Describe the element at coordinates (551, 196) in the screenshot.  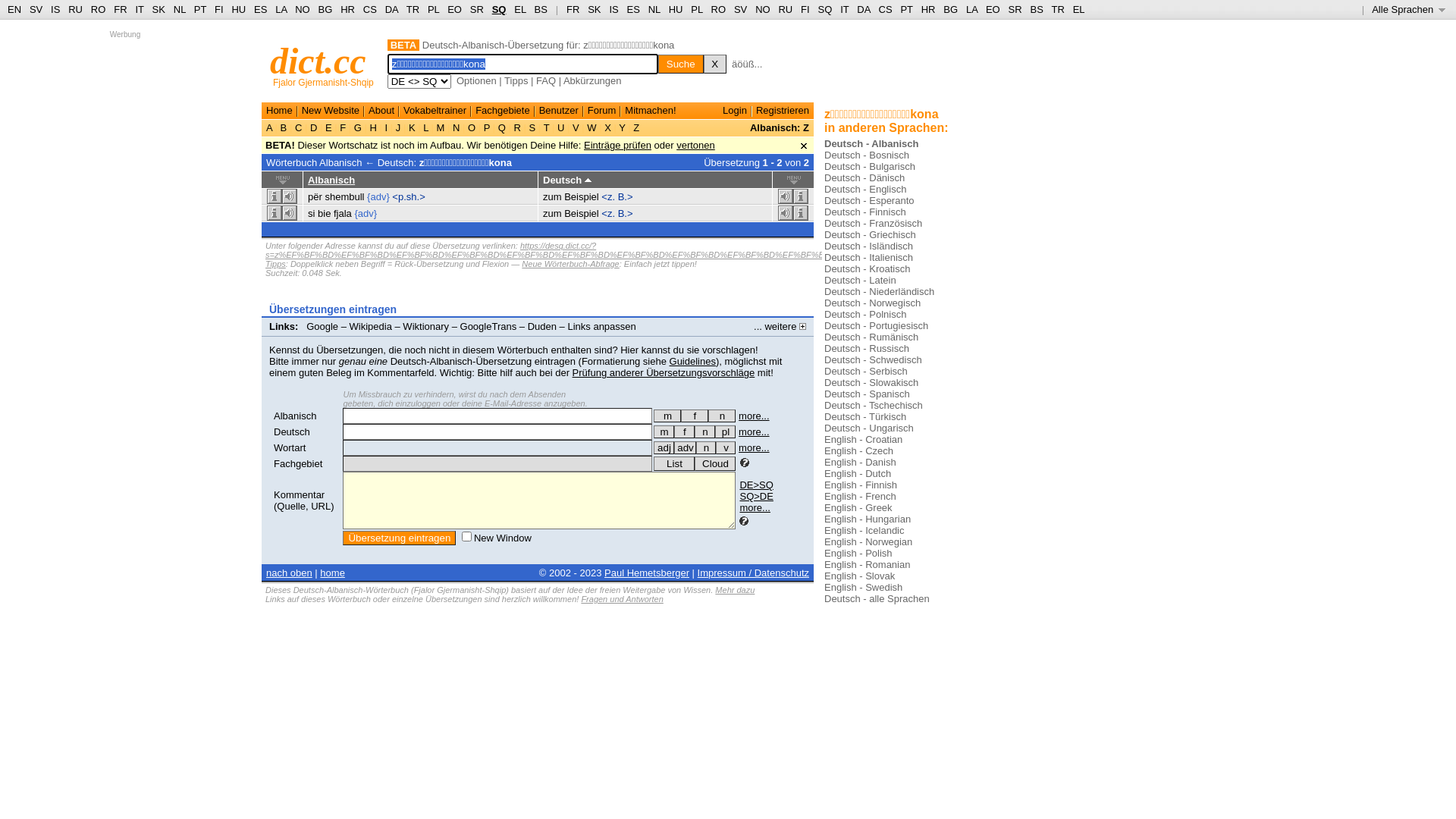
I see `'zum'` at that location.